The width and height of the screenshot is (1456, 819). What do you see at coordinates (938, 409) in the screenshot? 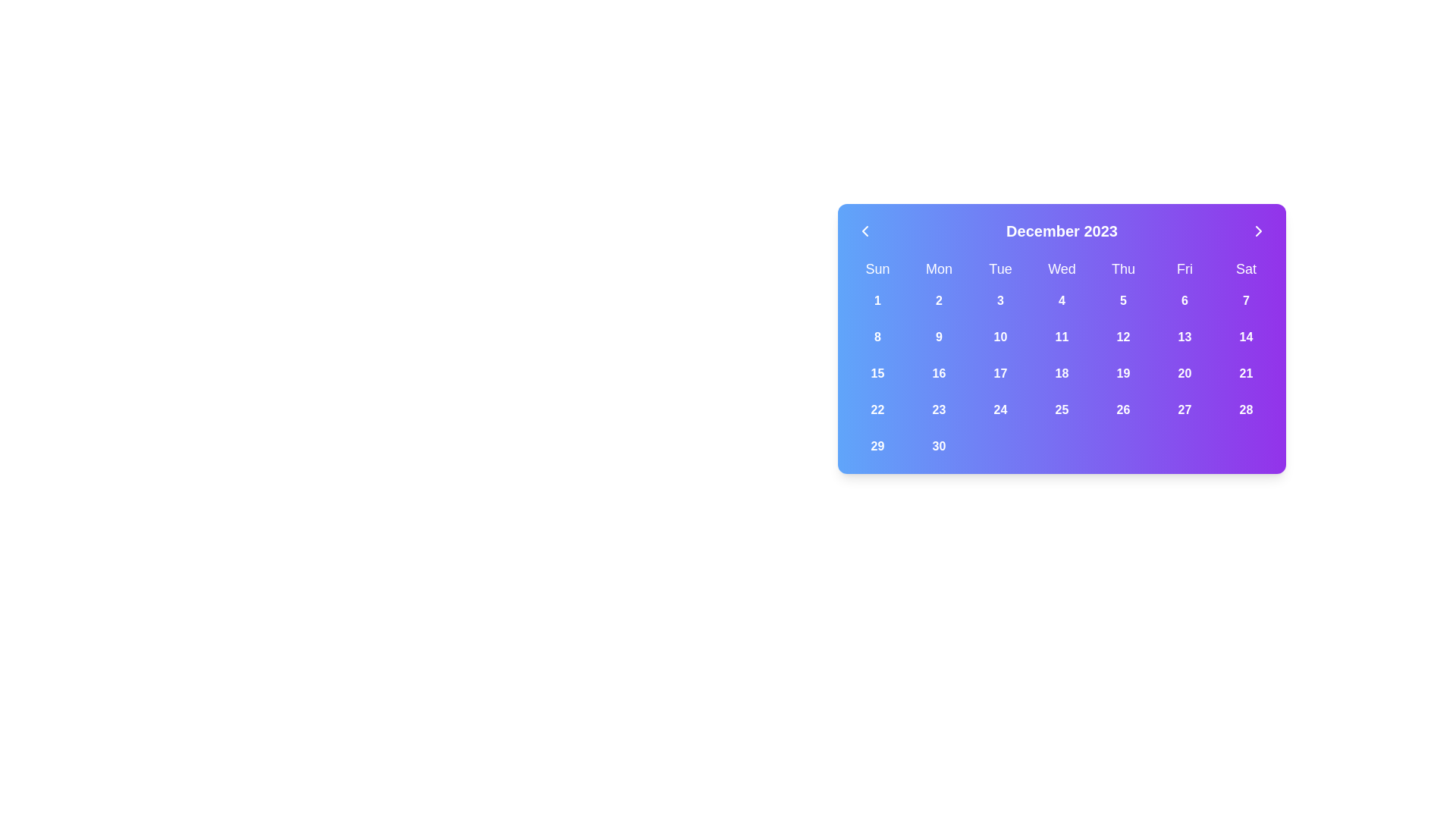
I see `the button-like element corresponding to the date '23' in the calendar grid layout` at bounding box center [938, 409].